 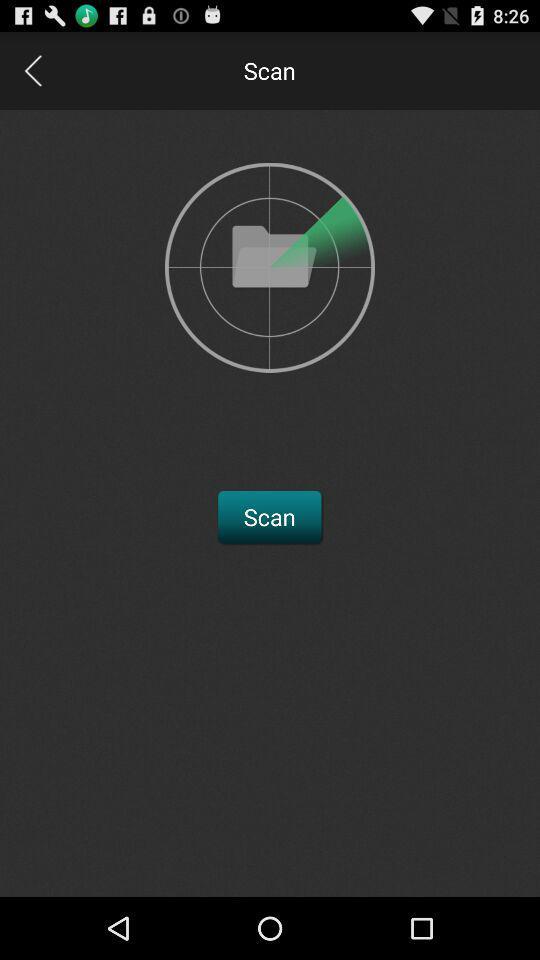 What do you see at coordinates (31, 70) in the screenshot?
I see `go back` at bounding box center [31, 70].